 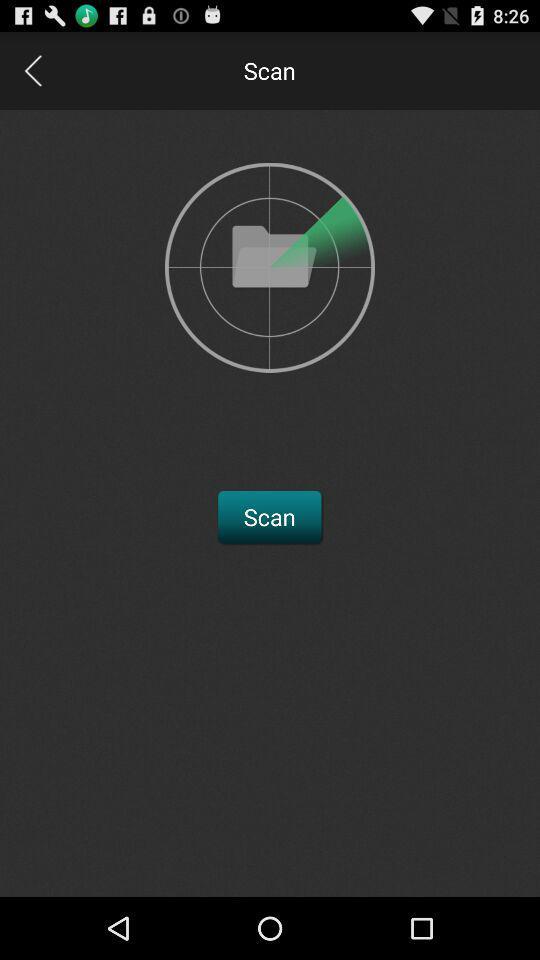 What do you see at coordinates (31, 70) in the screenshot?
I see `go back` at bounding box center [31, 70].